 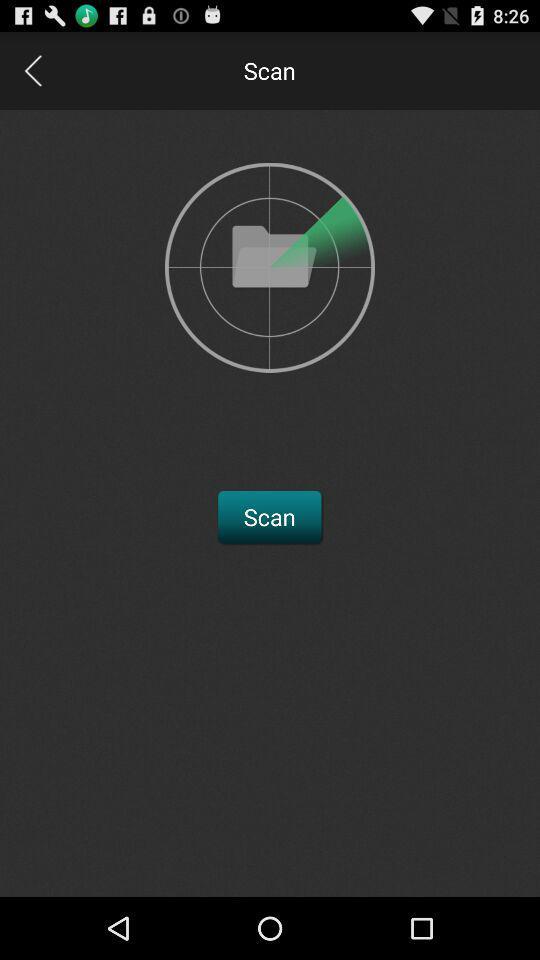 What do you see at coordinates (31, 70) in the screenshot?
I see `go back` at bounding box center [31, 70].